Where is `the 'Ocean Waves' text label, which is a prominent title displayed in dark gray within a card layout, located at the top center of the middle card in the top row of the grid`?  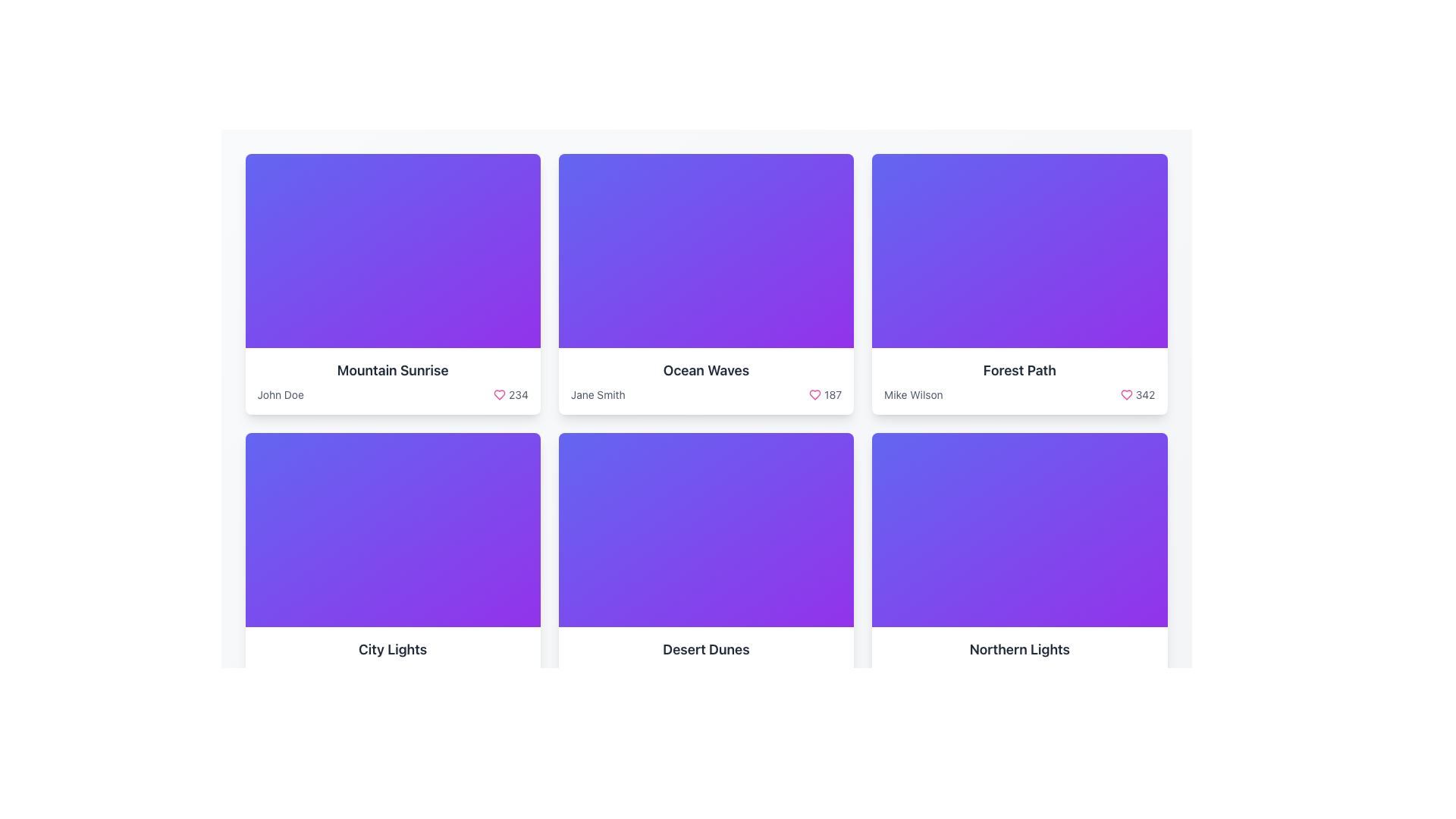
the 'Ocean Waves' text label, which is a prominent title displayed in dark gray within a card layout, located at the top center of the middle card in the top row of the grid is located at coordinates (705, 371).